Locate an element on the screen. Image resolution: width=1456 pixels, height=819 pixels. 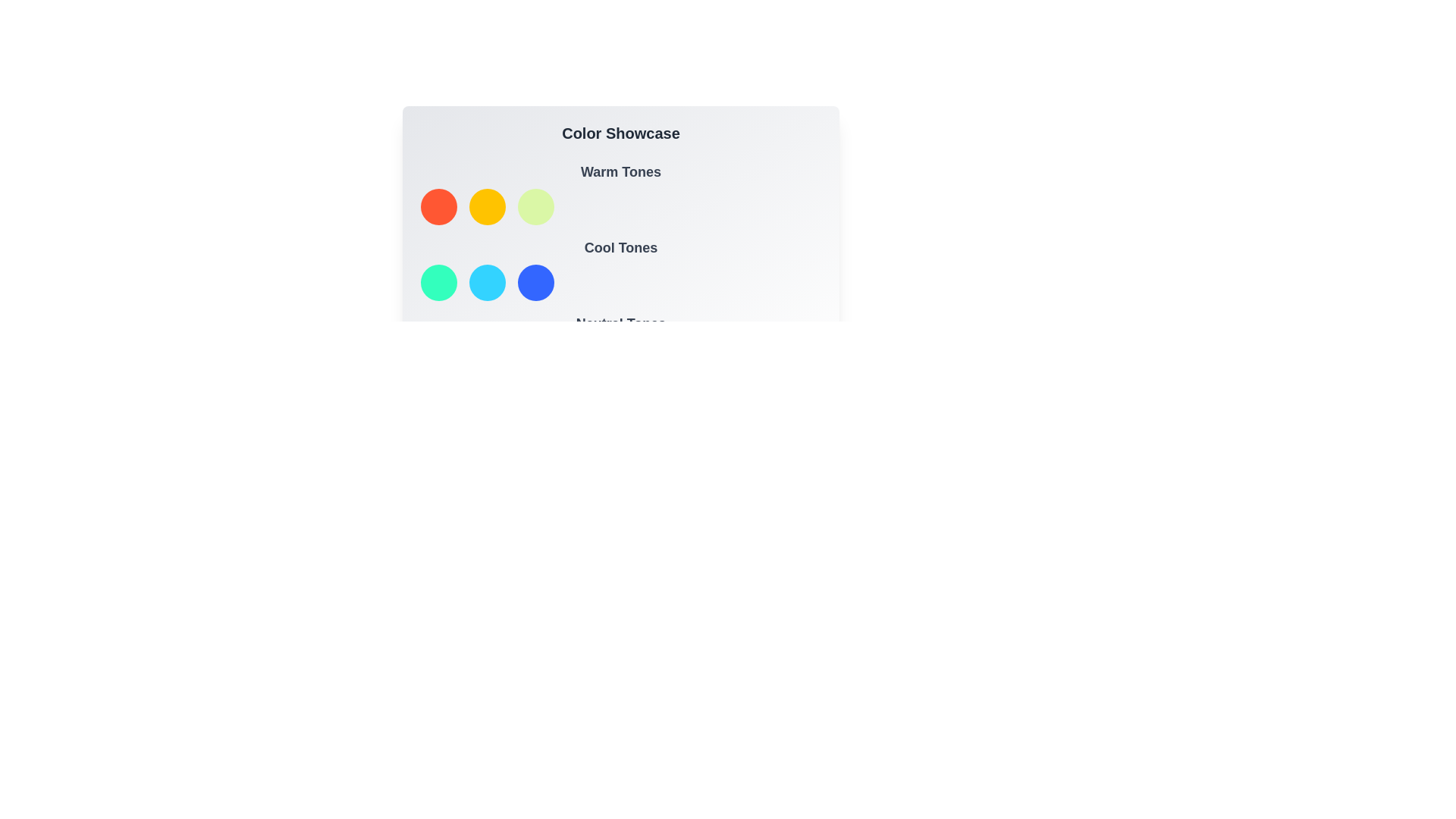
the Decorative Indicator located in the top-left position of the 'Warm Tones' layout, which serves as a non-interactive visual indicator for warmth-related colors is located at coordinates (438, 207).